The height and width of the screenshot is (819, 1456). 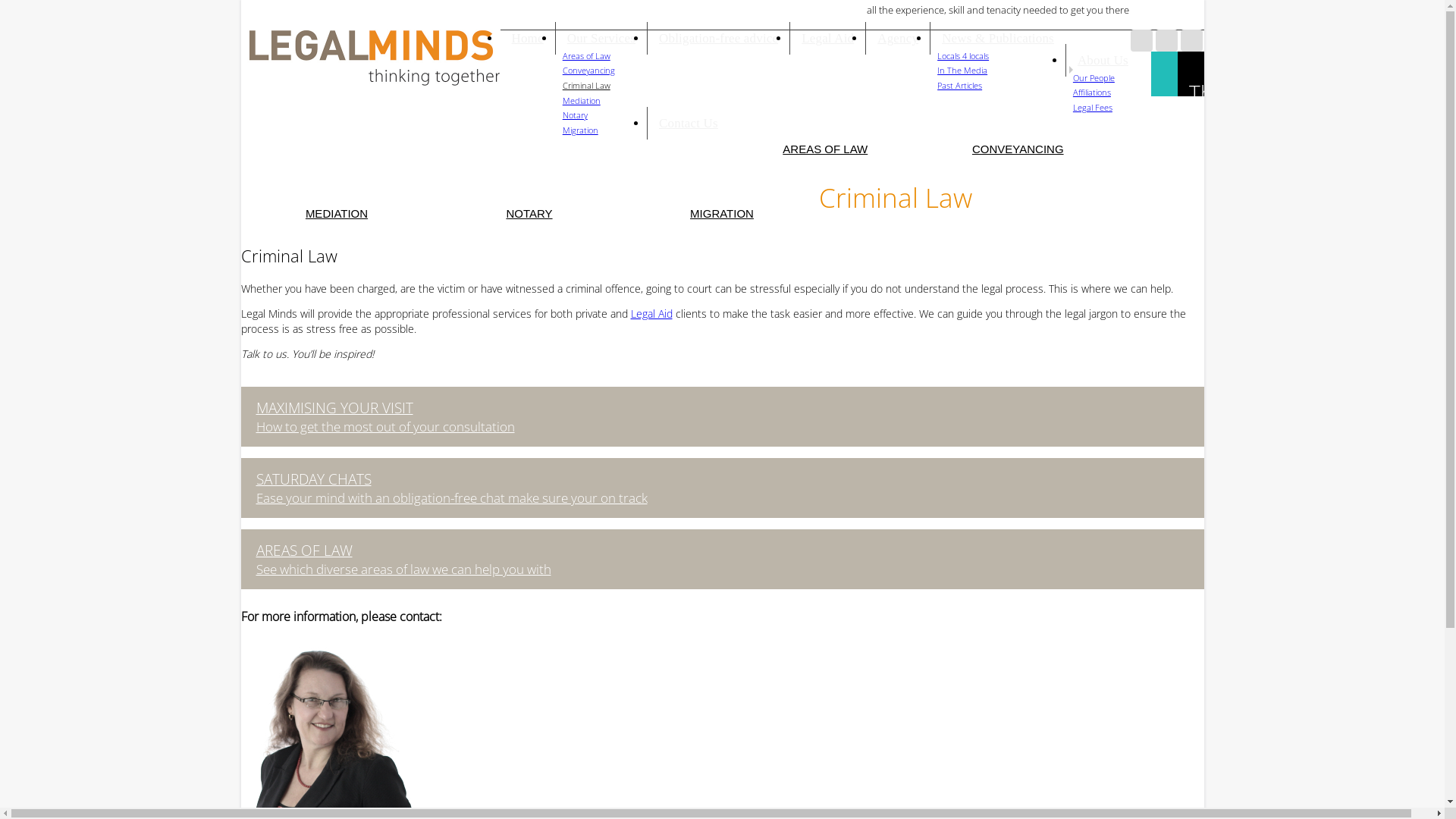 What do you see at coordinates (1065, 77) in the screenshot?
I see `'Our People'` at bounding box center [1065, 77].